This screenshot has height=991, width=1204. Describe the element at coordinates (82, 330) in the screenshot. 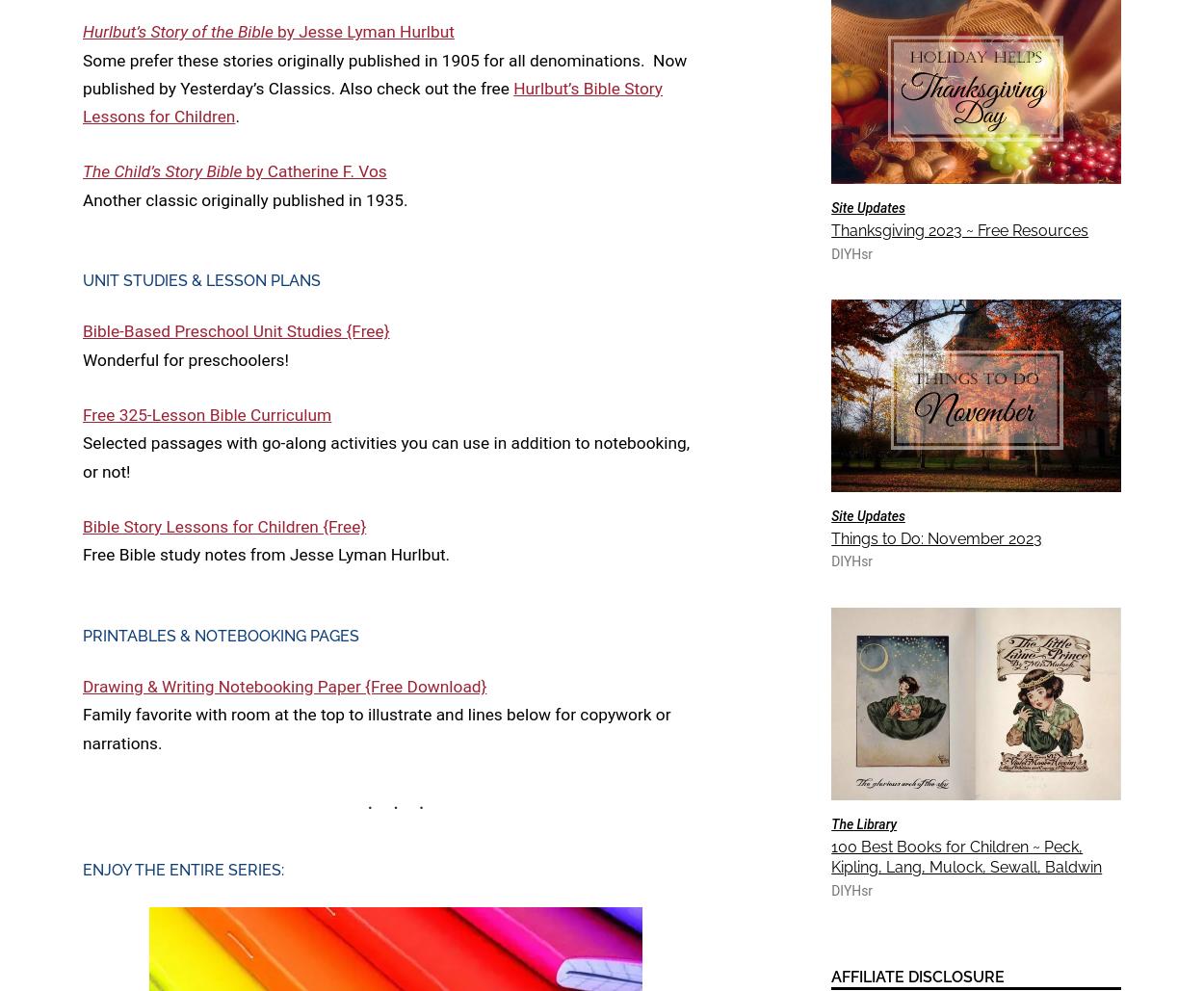

I see `'Bible-Based Preschool Unit Studies {Free}'` at that location.